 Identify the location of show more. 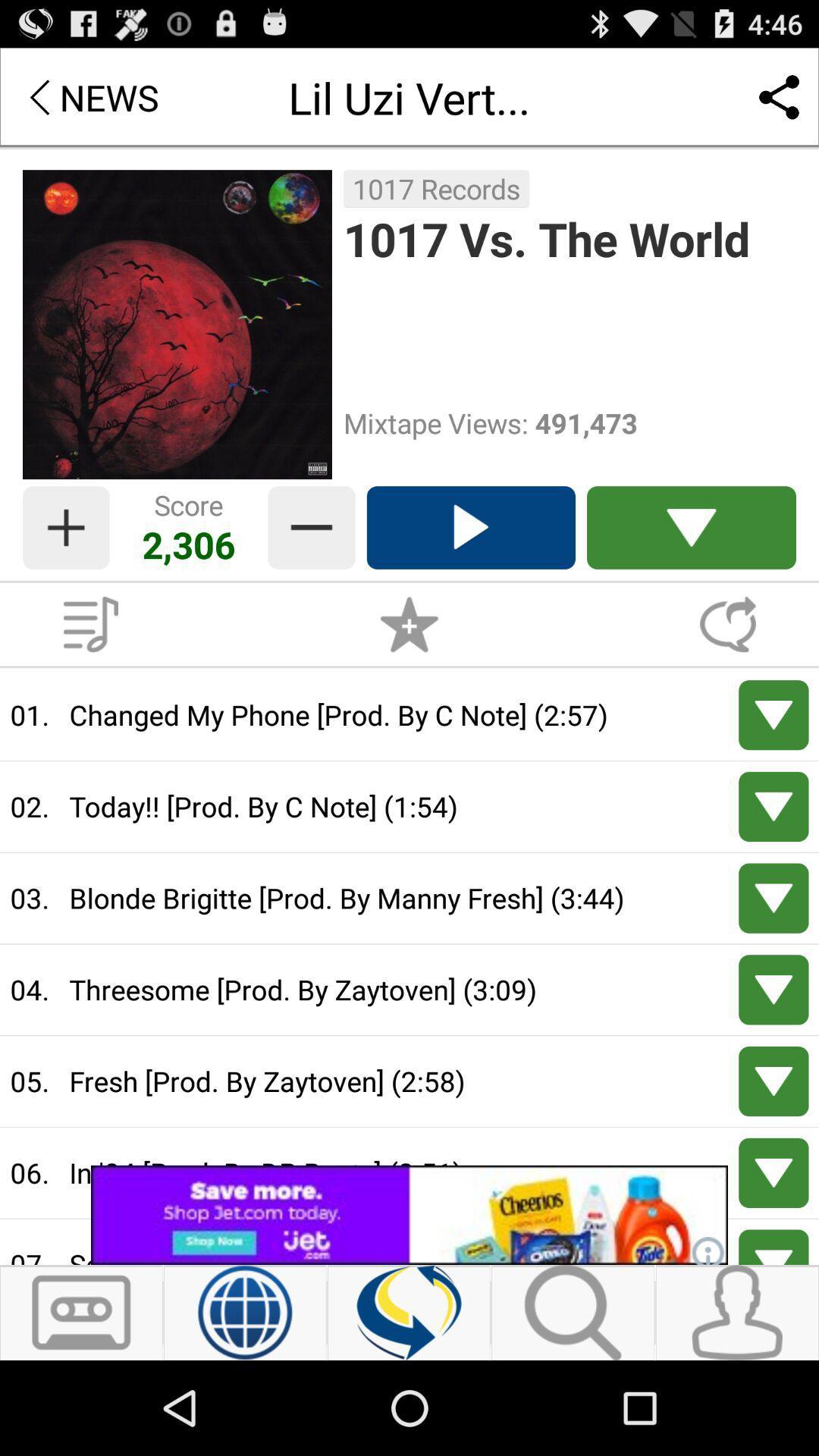
(773, 898).